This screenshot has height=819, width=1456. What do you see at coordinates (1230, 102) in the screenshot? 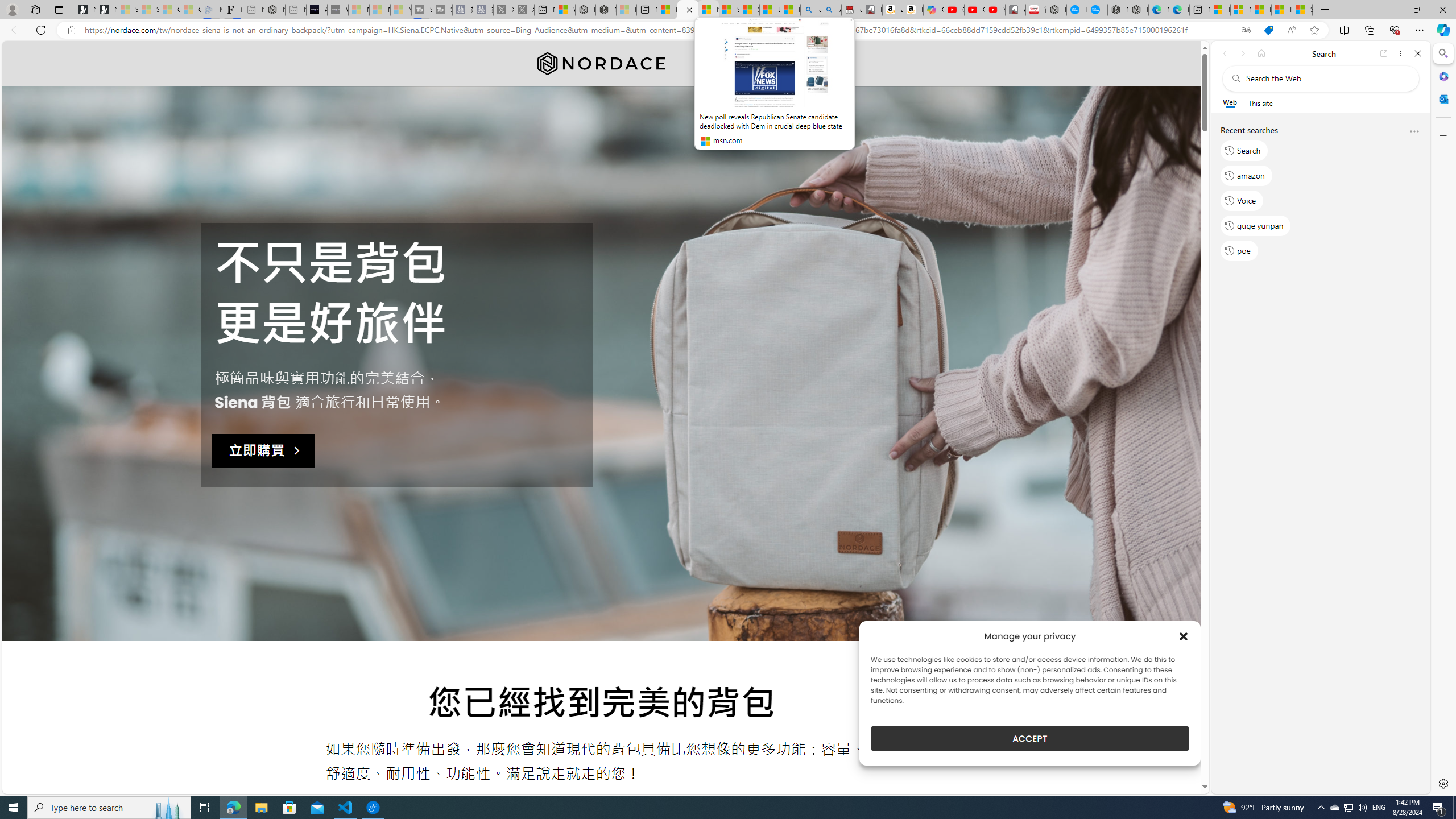
I see `'Web scope'` at bounding box center [1230, 102].